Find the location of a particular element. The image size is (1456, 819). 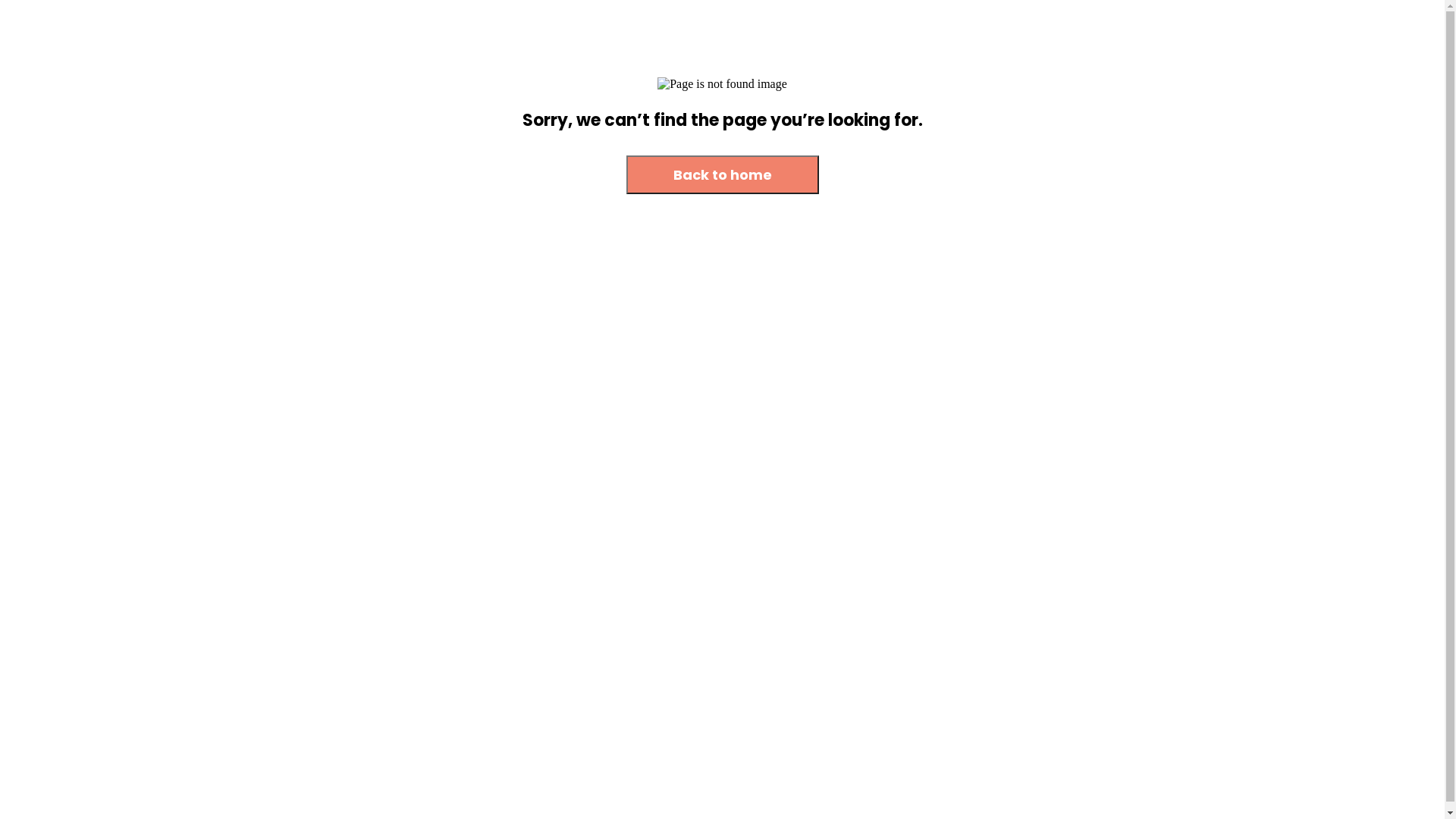

'Back to home' is located at coordinates (722, 174).